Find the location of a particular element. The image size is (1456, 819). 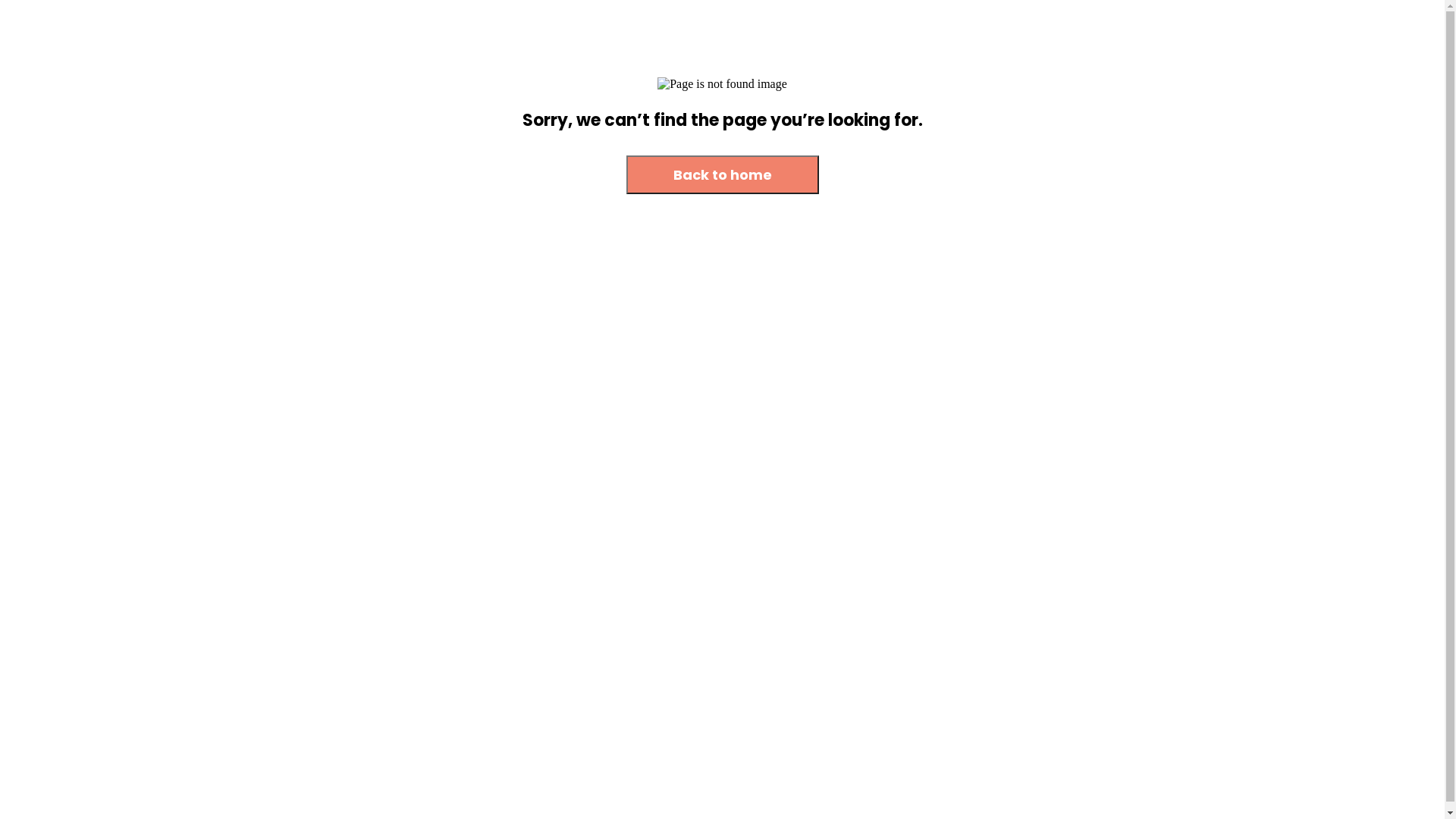

'Back to home' is located at coordinates (722, 174).